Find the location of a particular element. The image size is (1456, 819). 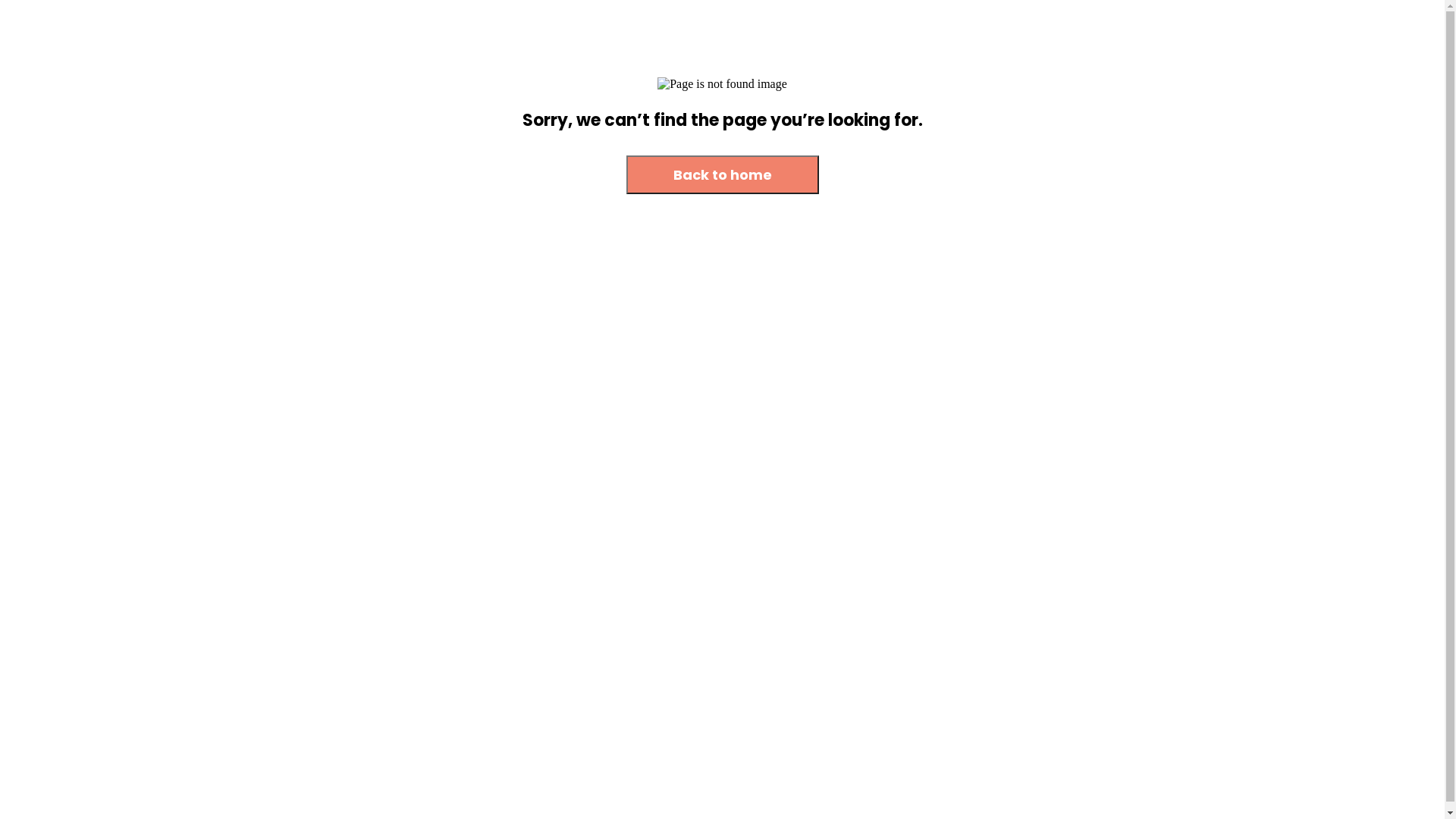

'Back to home' is located at coordinates (722, 174).